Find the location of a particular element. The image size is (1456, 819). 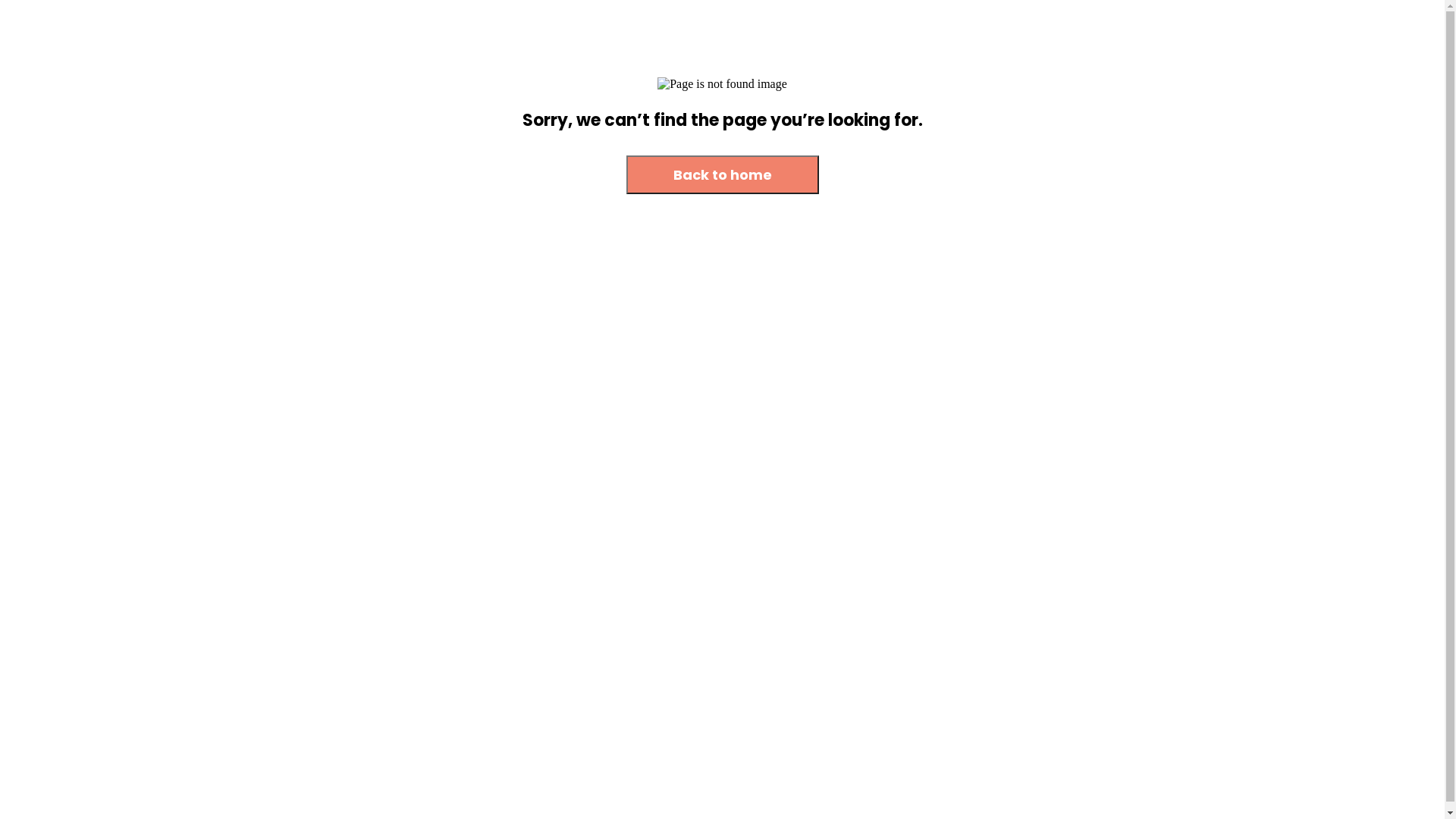

'Back to home' is located at coordinates (722, 174).